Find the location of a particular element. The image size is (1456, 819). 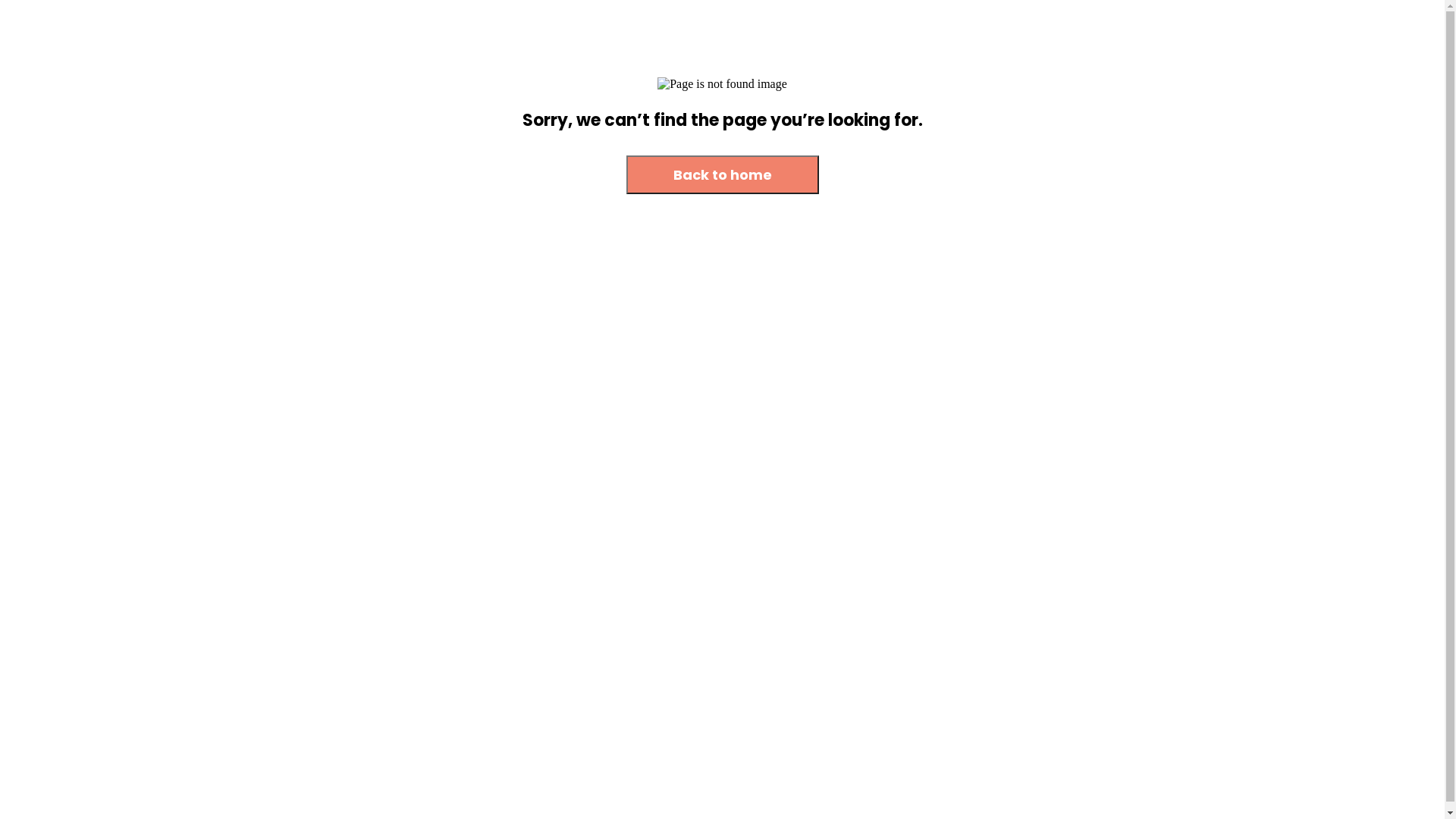

'Back to home' is located at coordinates (722, 174).